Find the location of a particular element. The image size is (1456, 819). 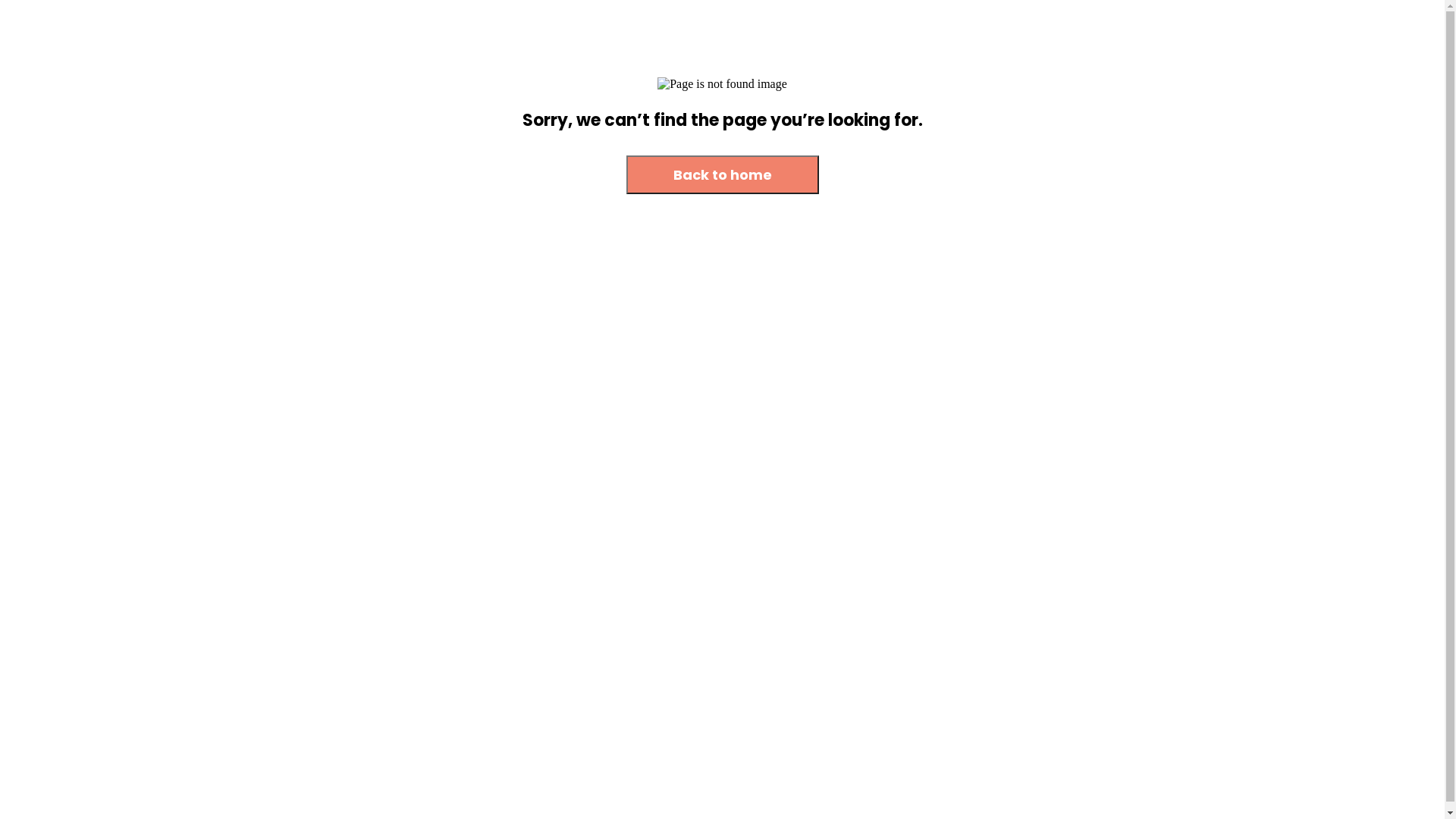

'Back to home' is located at coordinates (722, 174).